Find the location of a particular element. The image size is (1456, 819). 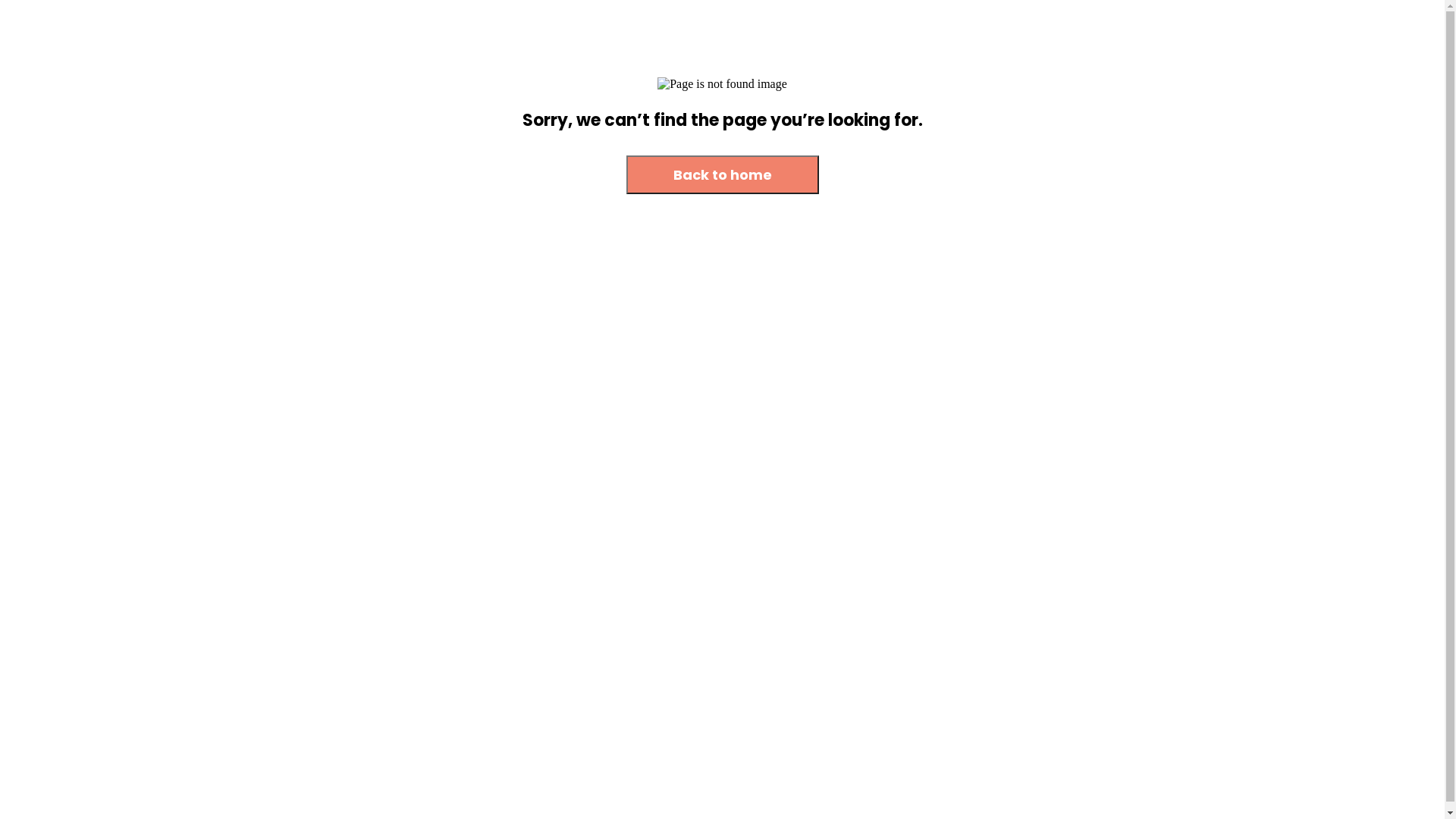

'Back to home' is located at coordinates (722, 174).